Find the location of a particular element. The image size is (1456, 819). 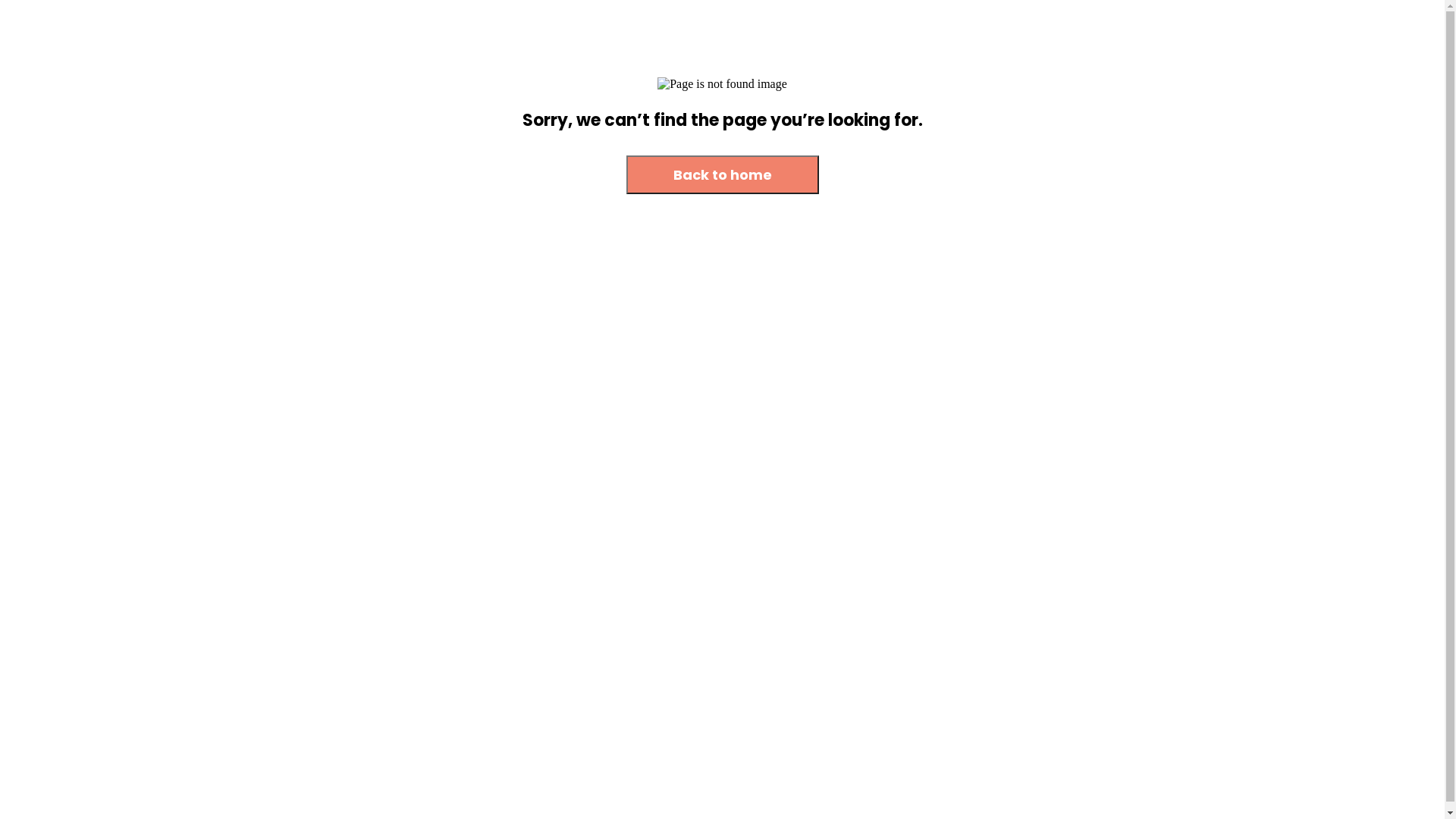

'Back to home' is located at coordinates (722, 174).